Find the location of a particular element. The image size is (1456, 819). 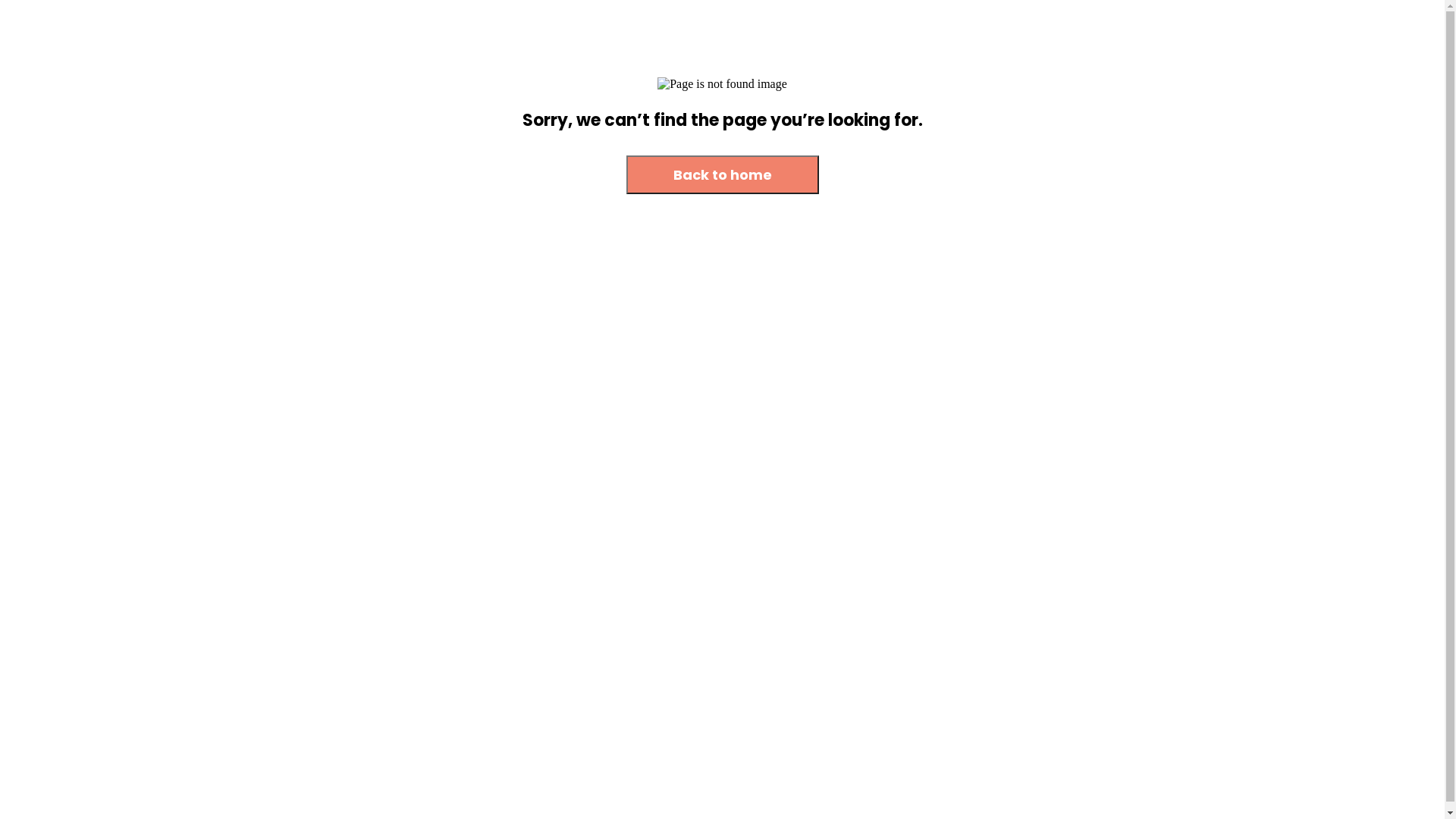

'Back to home' is located at coordinates (722, 174).